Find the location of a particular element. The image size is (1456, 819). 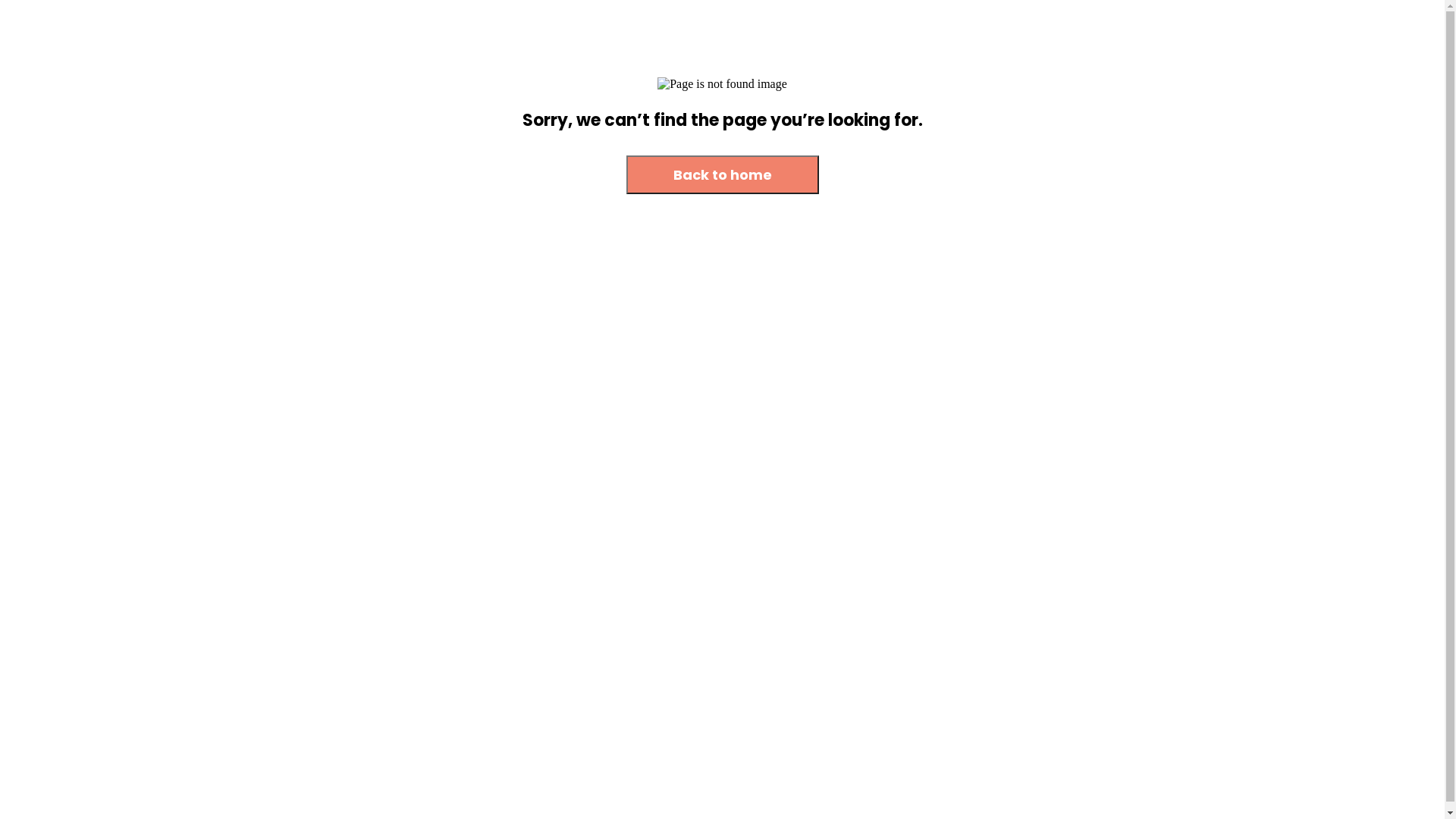

'Back to home' is located at coordinates (722, 174).